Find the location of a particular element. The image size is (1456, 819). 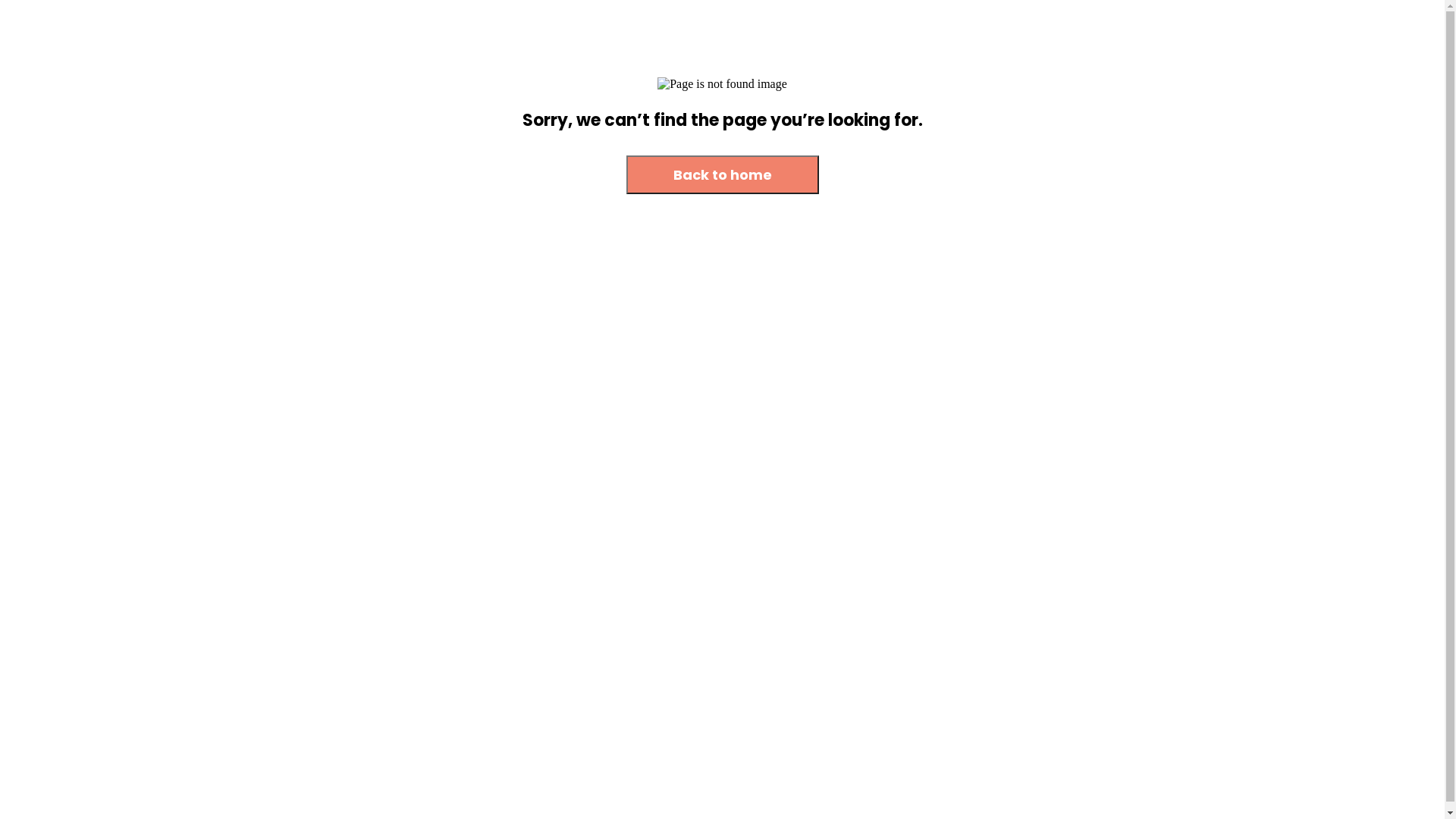

'Back to home' is located at coordinates (722, 174).